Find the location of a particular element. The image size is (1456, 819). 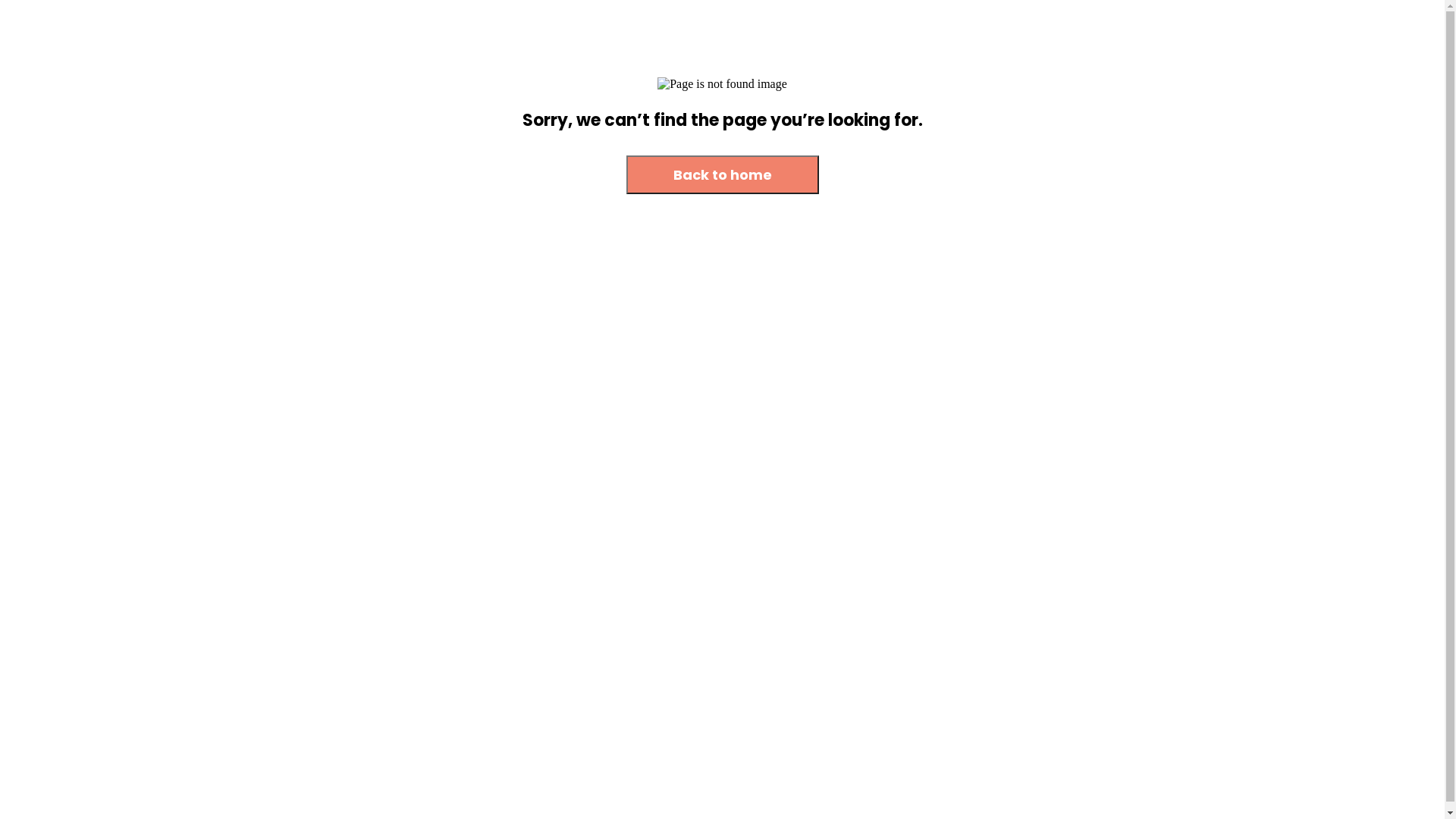

'Back to home' is located at coordinates (722, 174).